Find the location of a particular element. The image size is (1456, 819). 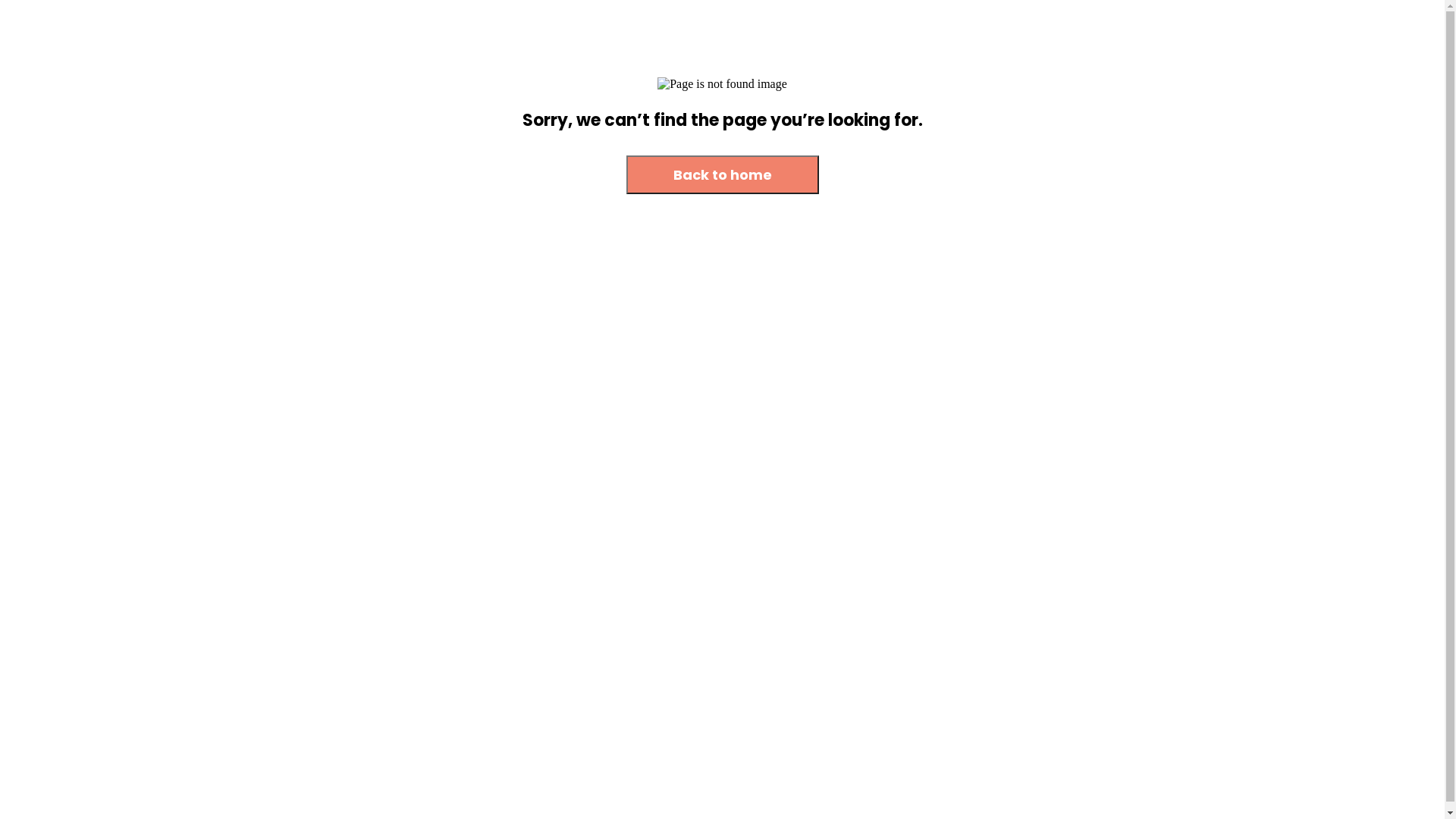

'Back to home' is located at coordinates (722, 174).